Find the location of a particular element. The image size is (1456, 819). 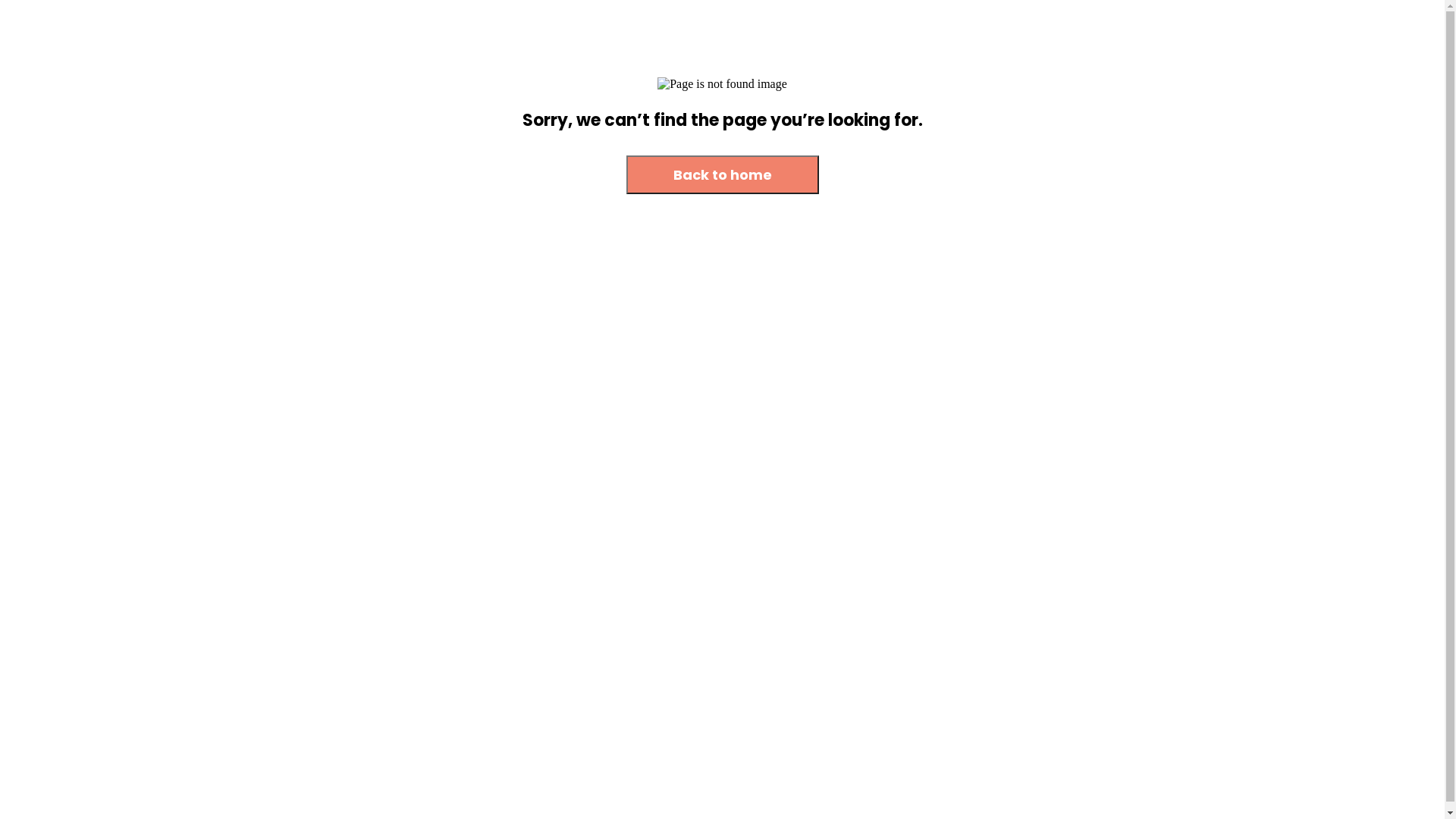

'Back to home' is located at coordinates (722, 174).